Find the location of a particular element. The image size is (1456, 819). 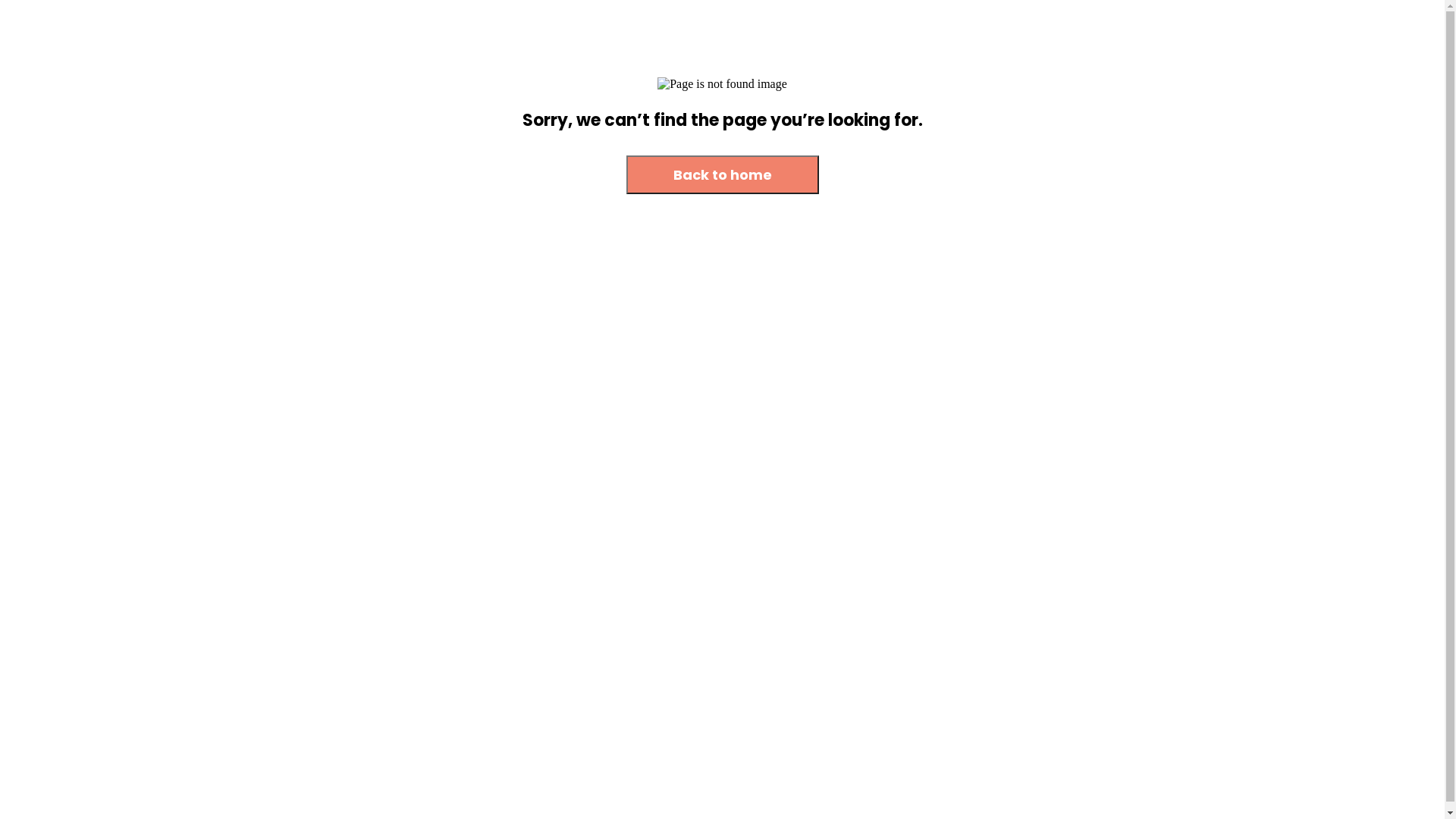

'Back to home' is located at coordinates (722, 174).